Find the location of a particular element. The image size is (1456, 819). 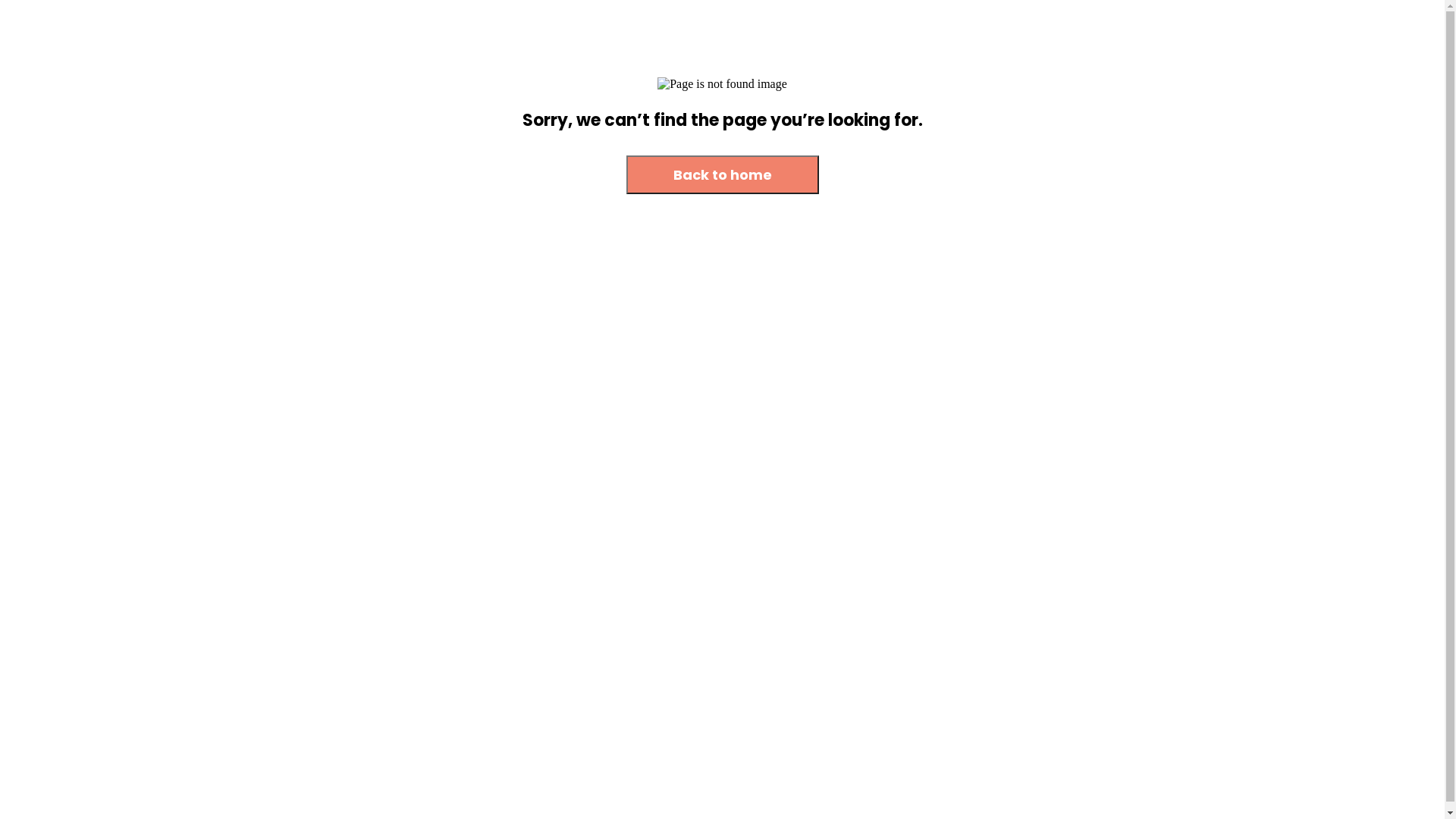

'Back to home' is located at coordinates (722, 174).